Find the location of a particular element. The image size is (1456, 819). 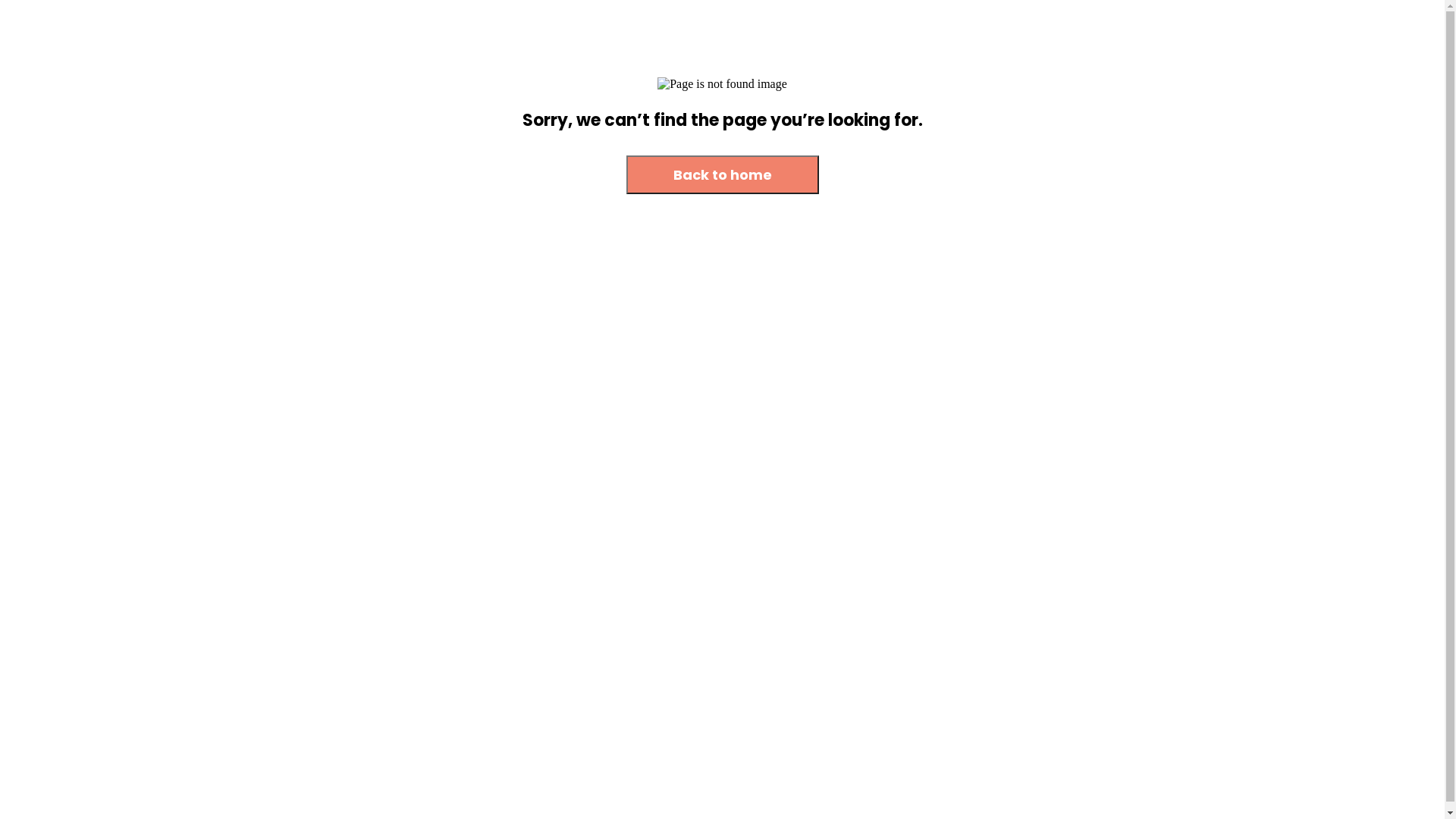

'Back to home' is located at coordinates (722, 174).